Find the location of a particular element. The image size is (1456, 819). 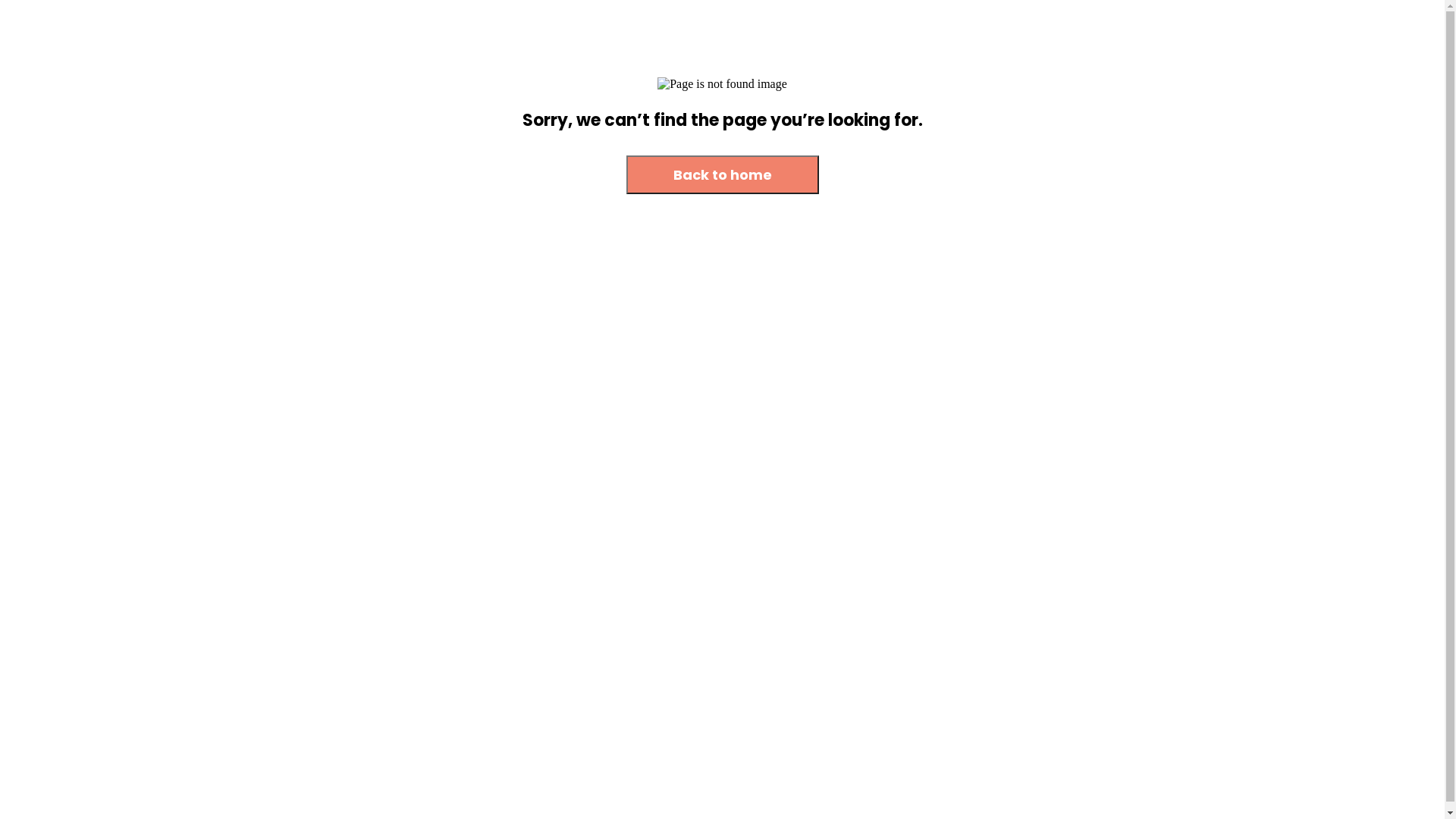

'Back to home' is located at coordinates (722, 174).